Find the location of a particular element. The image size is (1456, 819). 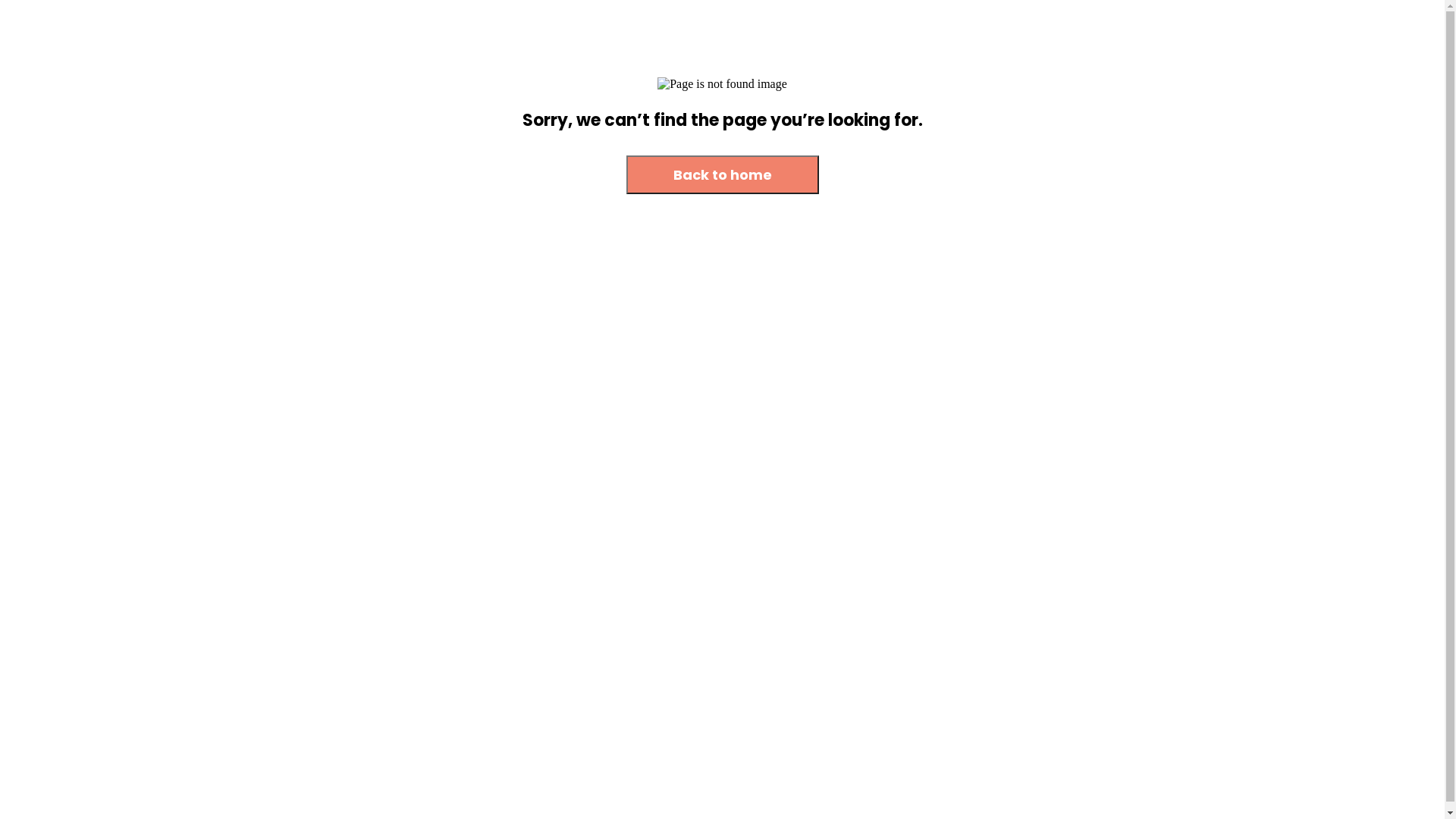

'Back to home' is located at coordinates (722, 174).